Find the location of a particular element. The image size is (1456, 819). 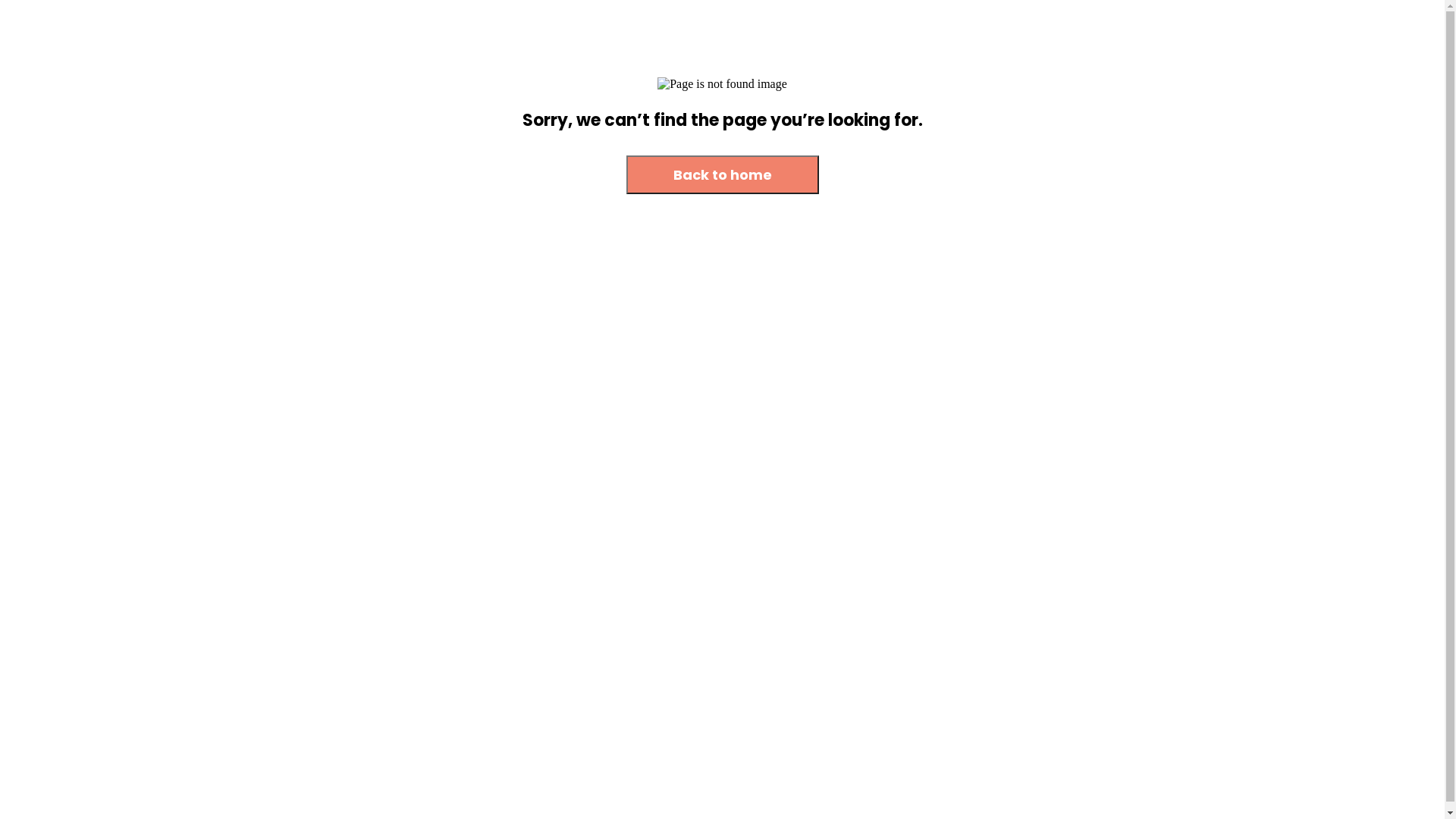

'Back to home' is located at coordinates (722, 174).